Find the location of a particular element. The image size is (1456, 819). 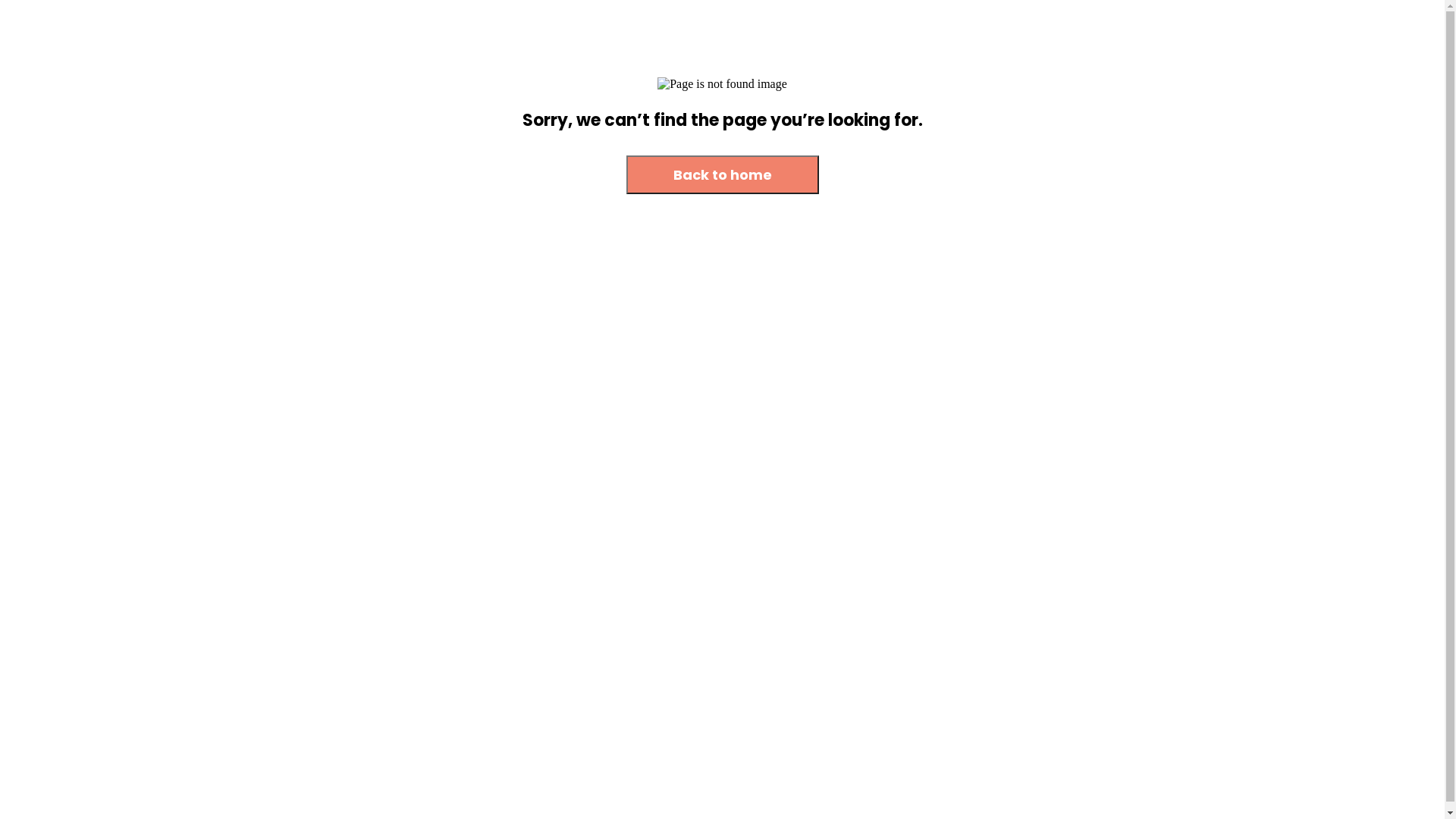

'Back to home' is located at coordinates (722, 174).